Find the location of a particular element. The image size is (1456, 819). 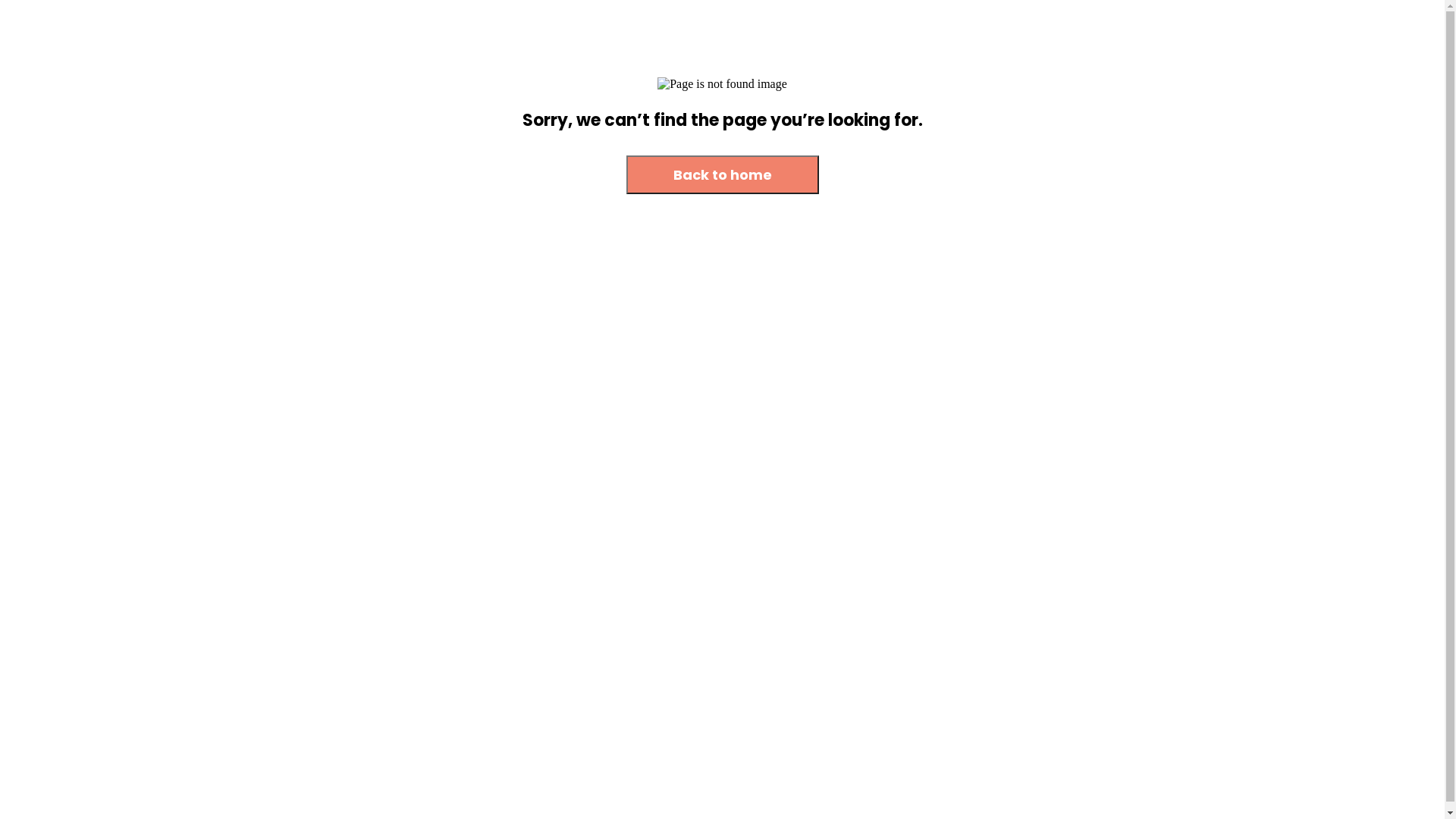

'Back to home' is located at coordinates (722, 174).